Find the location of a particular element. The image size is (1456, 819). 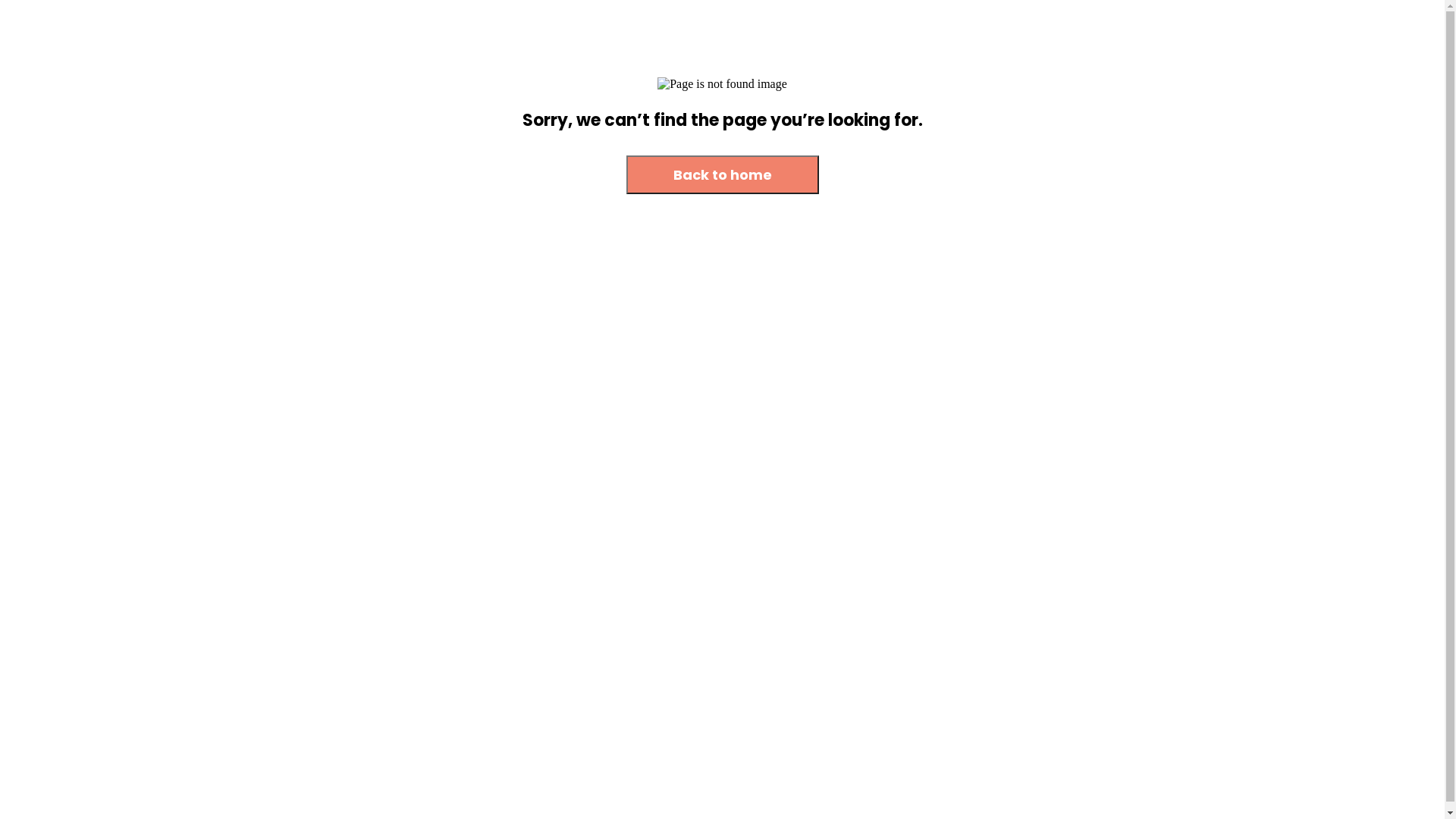

'Back to home' is located at coordinates (722, 174).